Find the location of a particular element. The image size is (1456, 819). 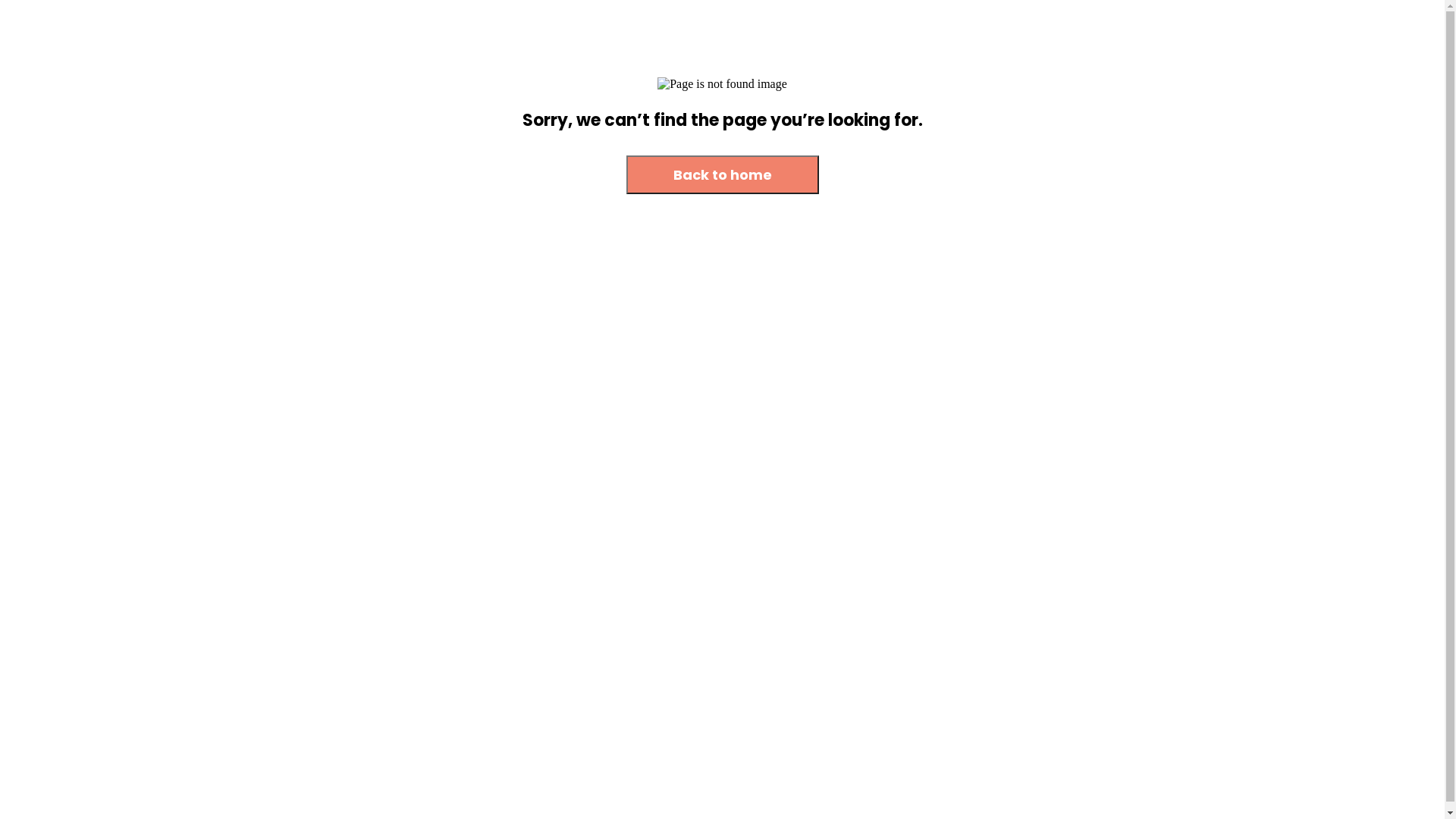

'Back to home' is located at coordinates (722, 174).